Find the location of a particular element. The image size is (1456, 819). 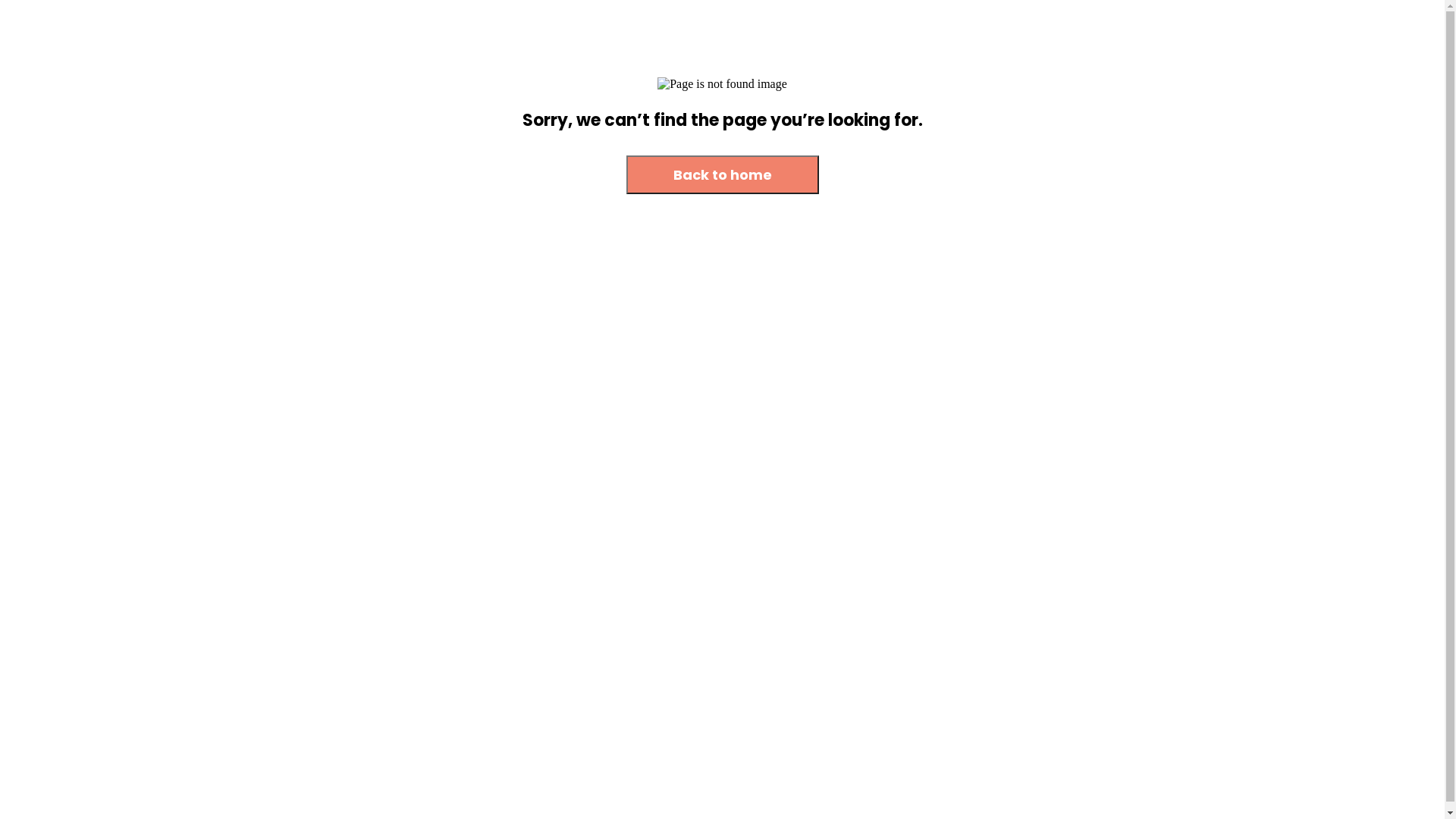

'Back to home' is located at coordinates (722, 174).